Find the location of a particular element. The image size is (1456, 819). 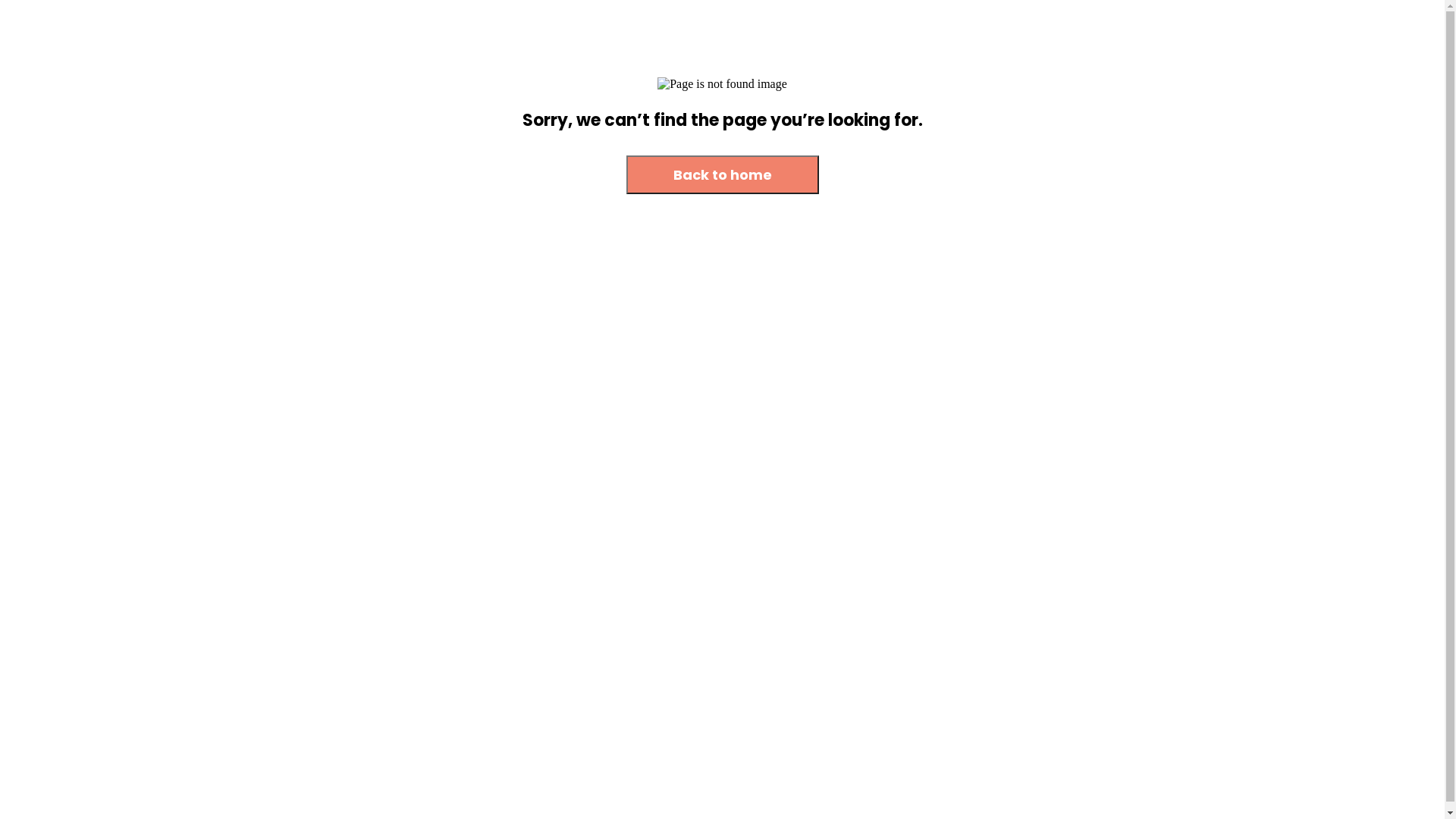

'Back to home' is located at coordinates (722, 174).